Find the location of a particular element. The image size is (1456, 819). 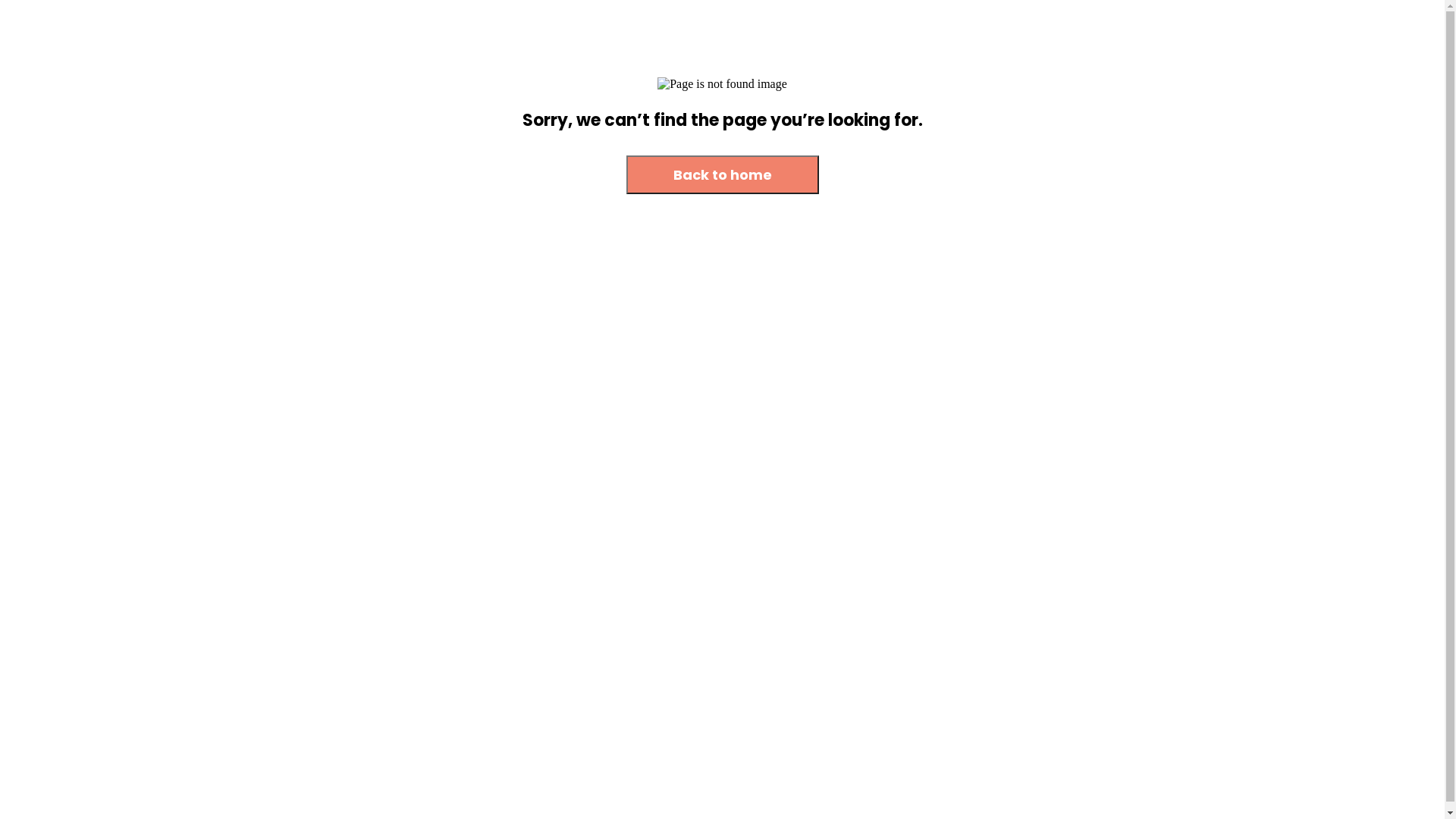

'Back to home' is located at coordinates (722, 174).